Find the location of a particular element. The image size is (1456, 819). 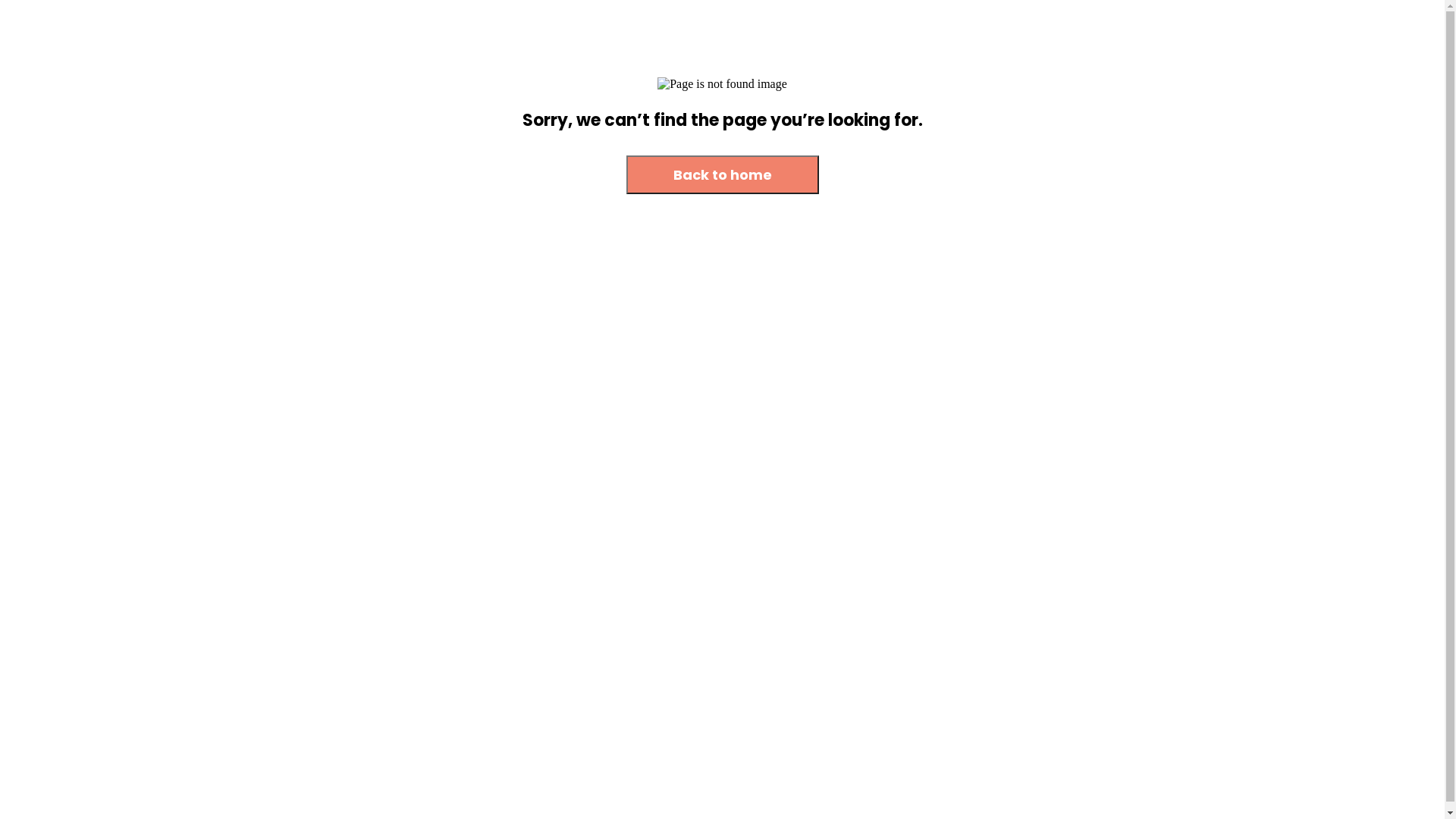

'Back to home' is located at coordinates (722, 174).